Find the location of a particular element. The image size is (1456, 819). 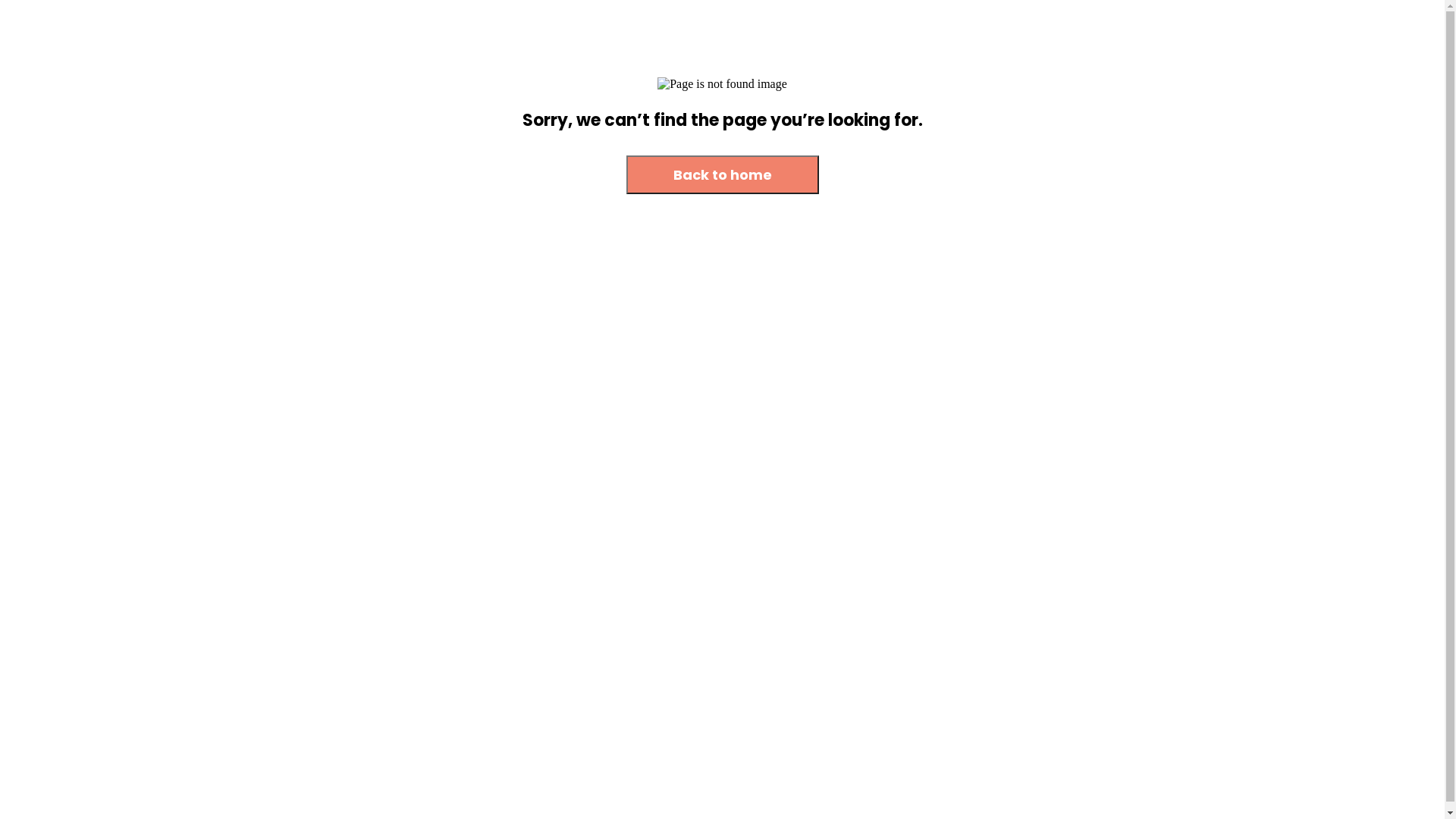

'Back to home' is located at coordinates (722, 174).